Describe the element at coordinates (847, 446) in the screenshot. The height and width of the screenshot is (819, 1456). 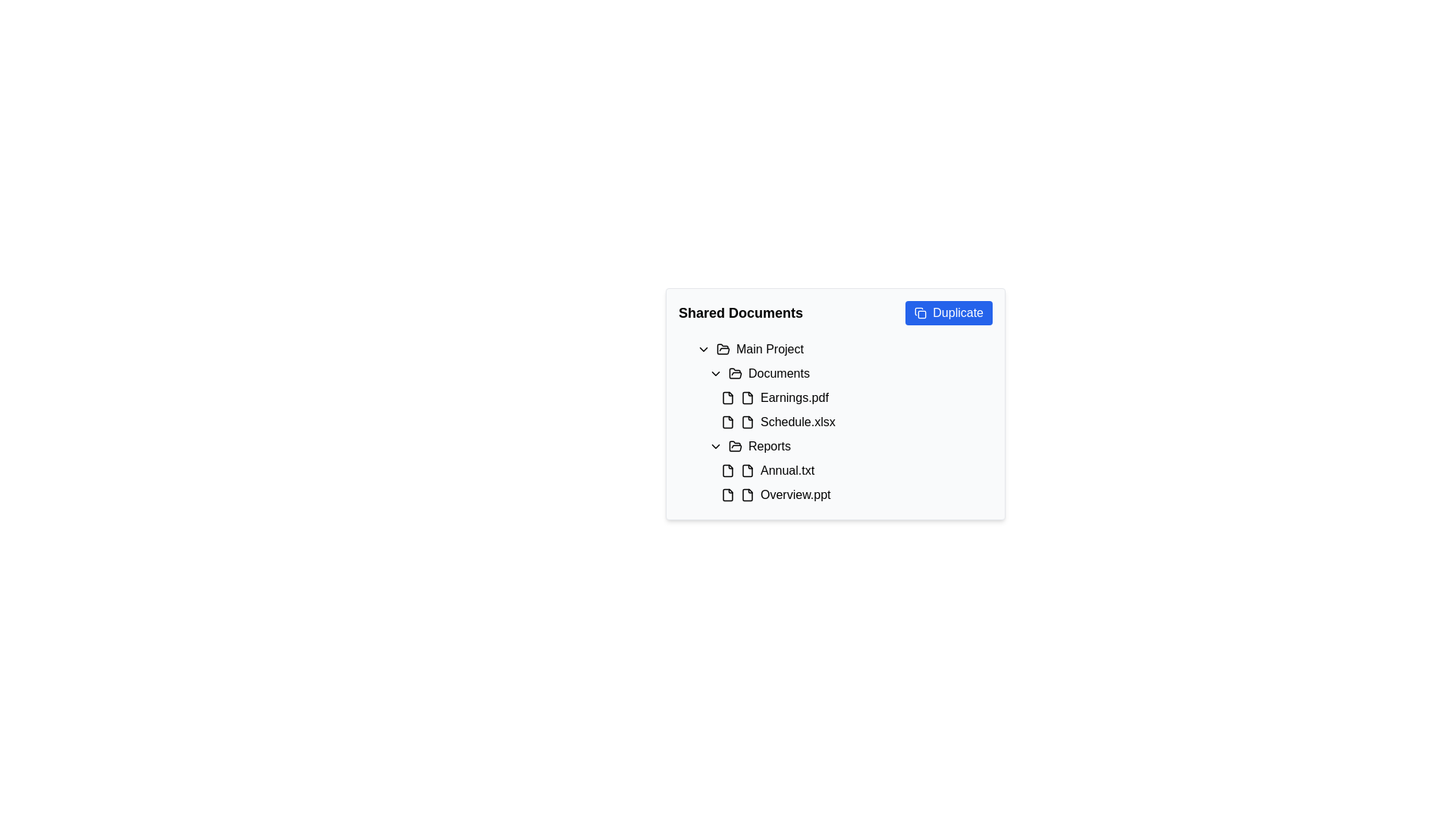
I see `the Interactive folder entry` at that location.